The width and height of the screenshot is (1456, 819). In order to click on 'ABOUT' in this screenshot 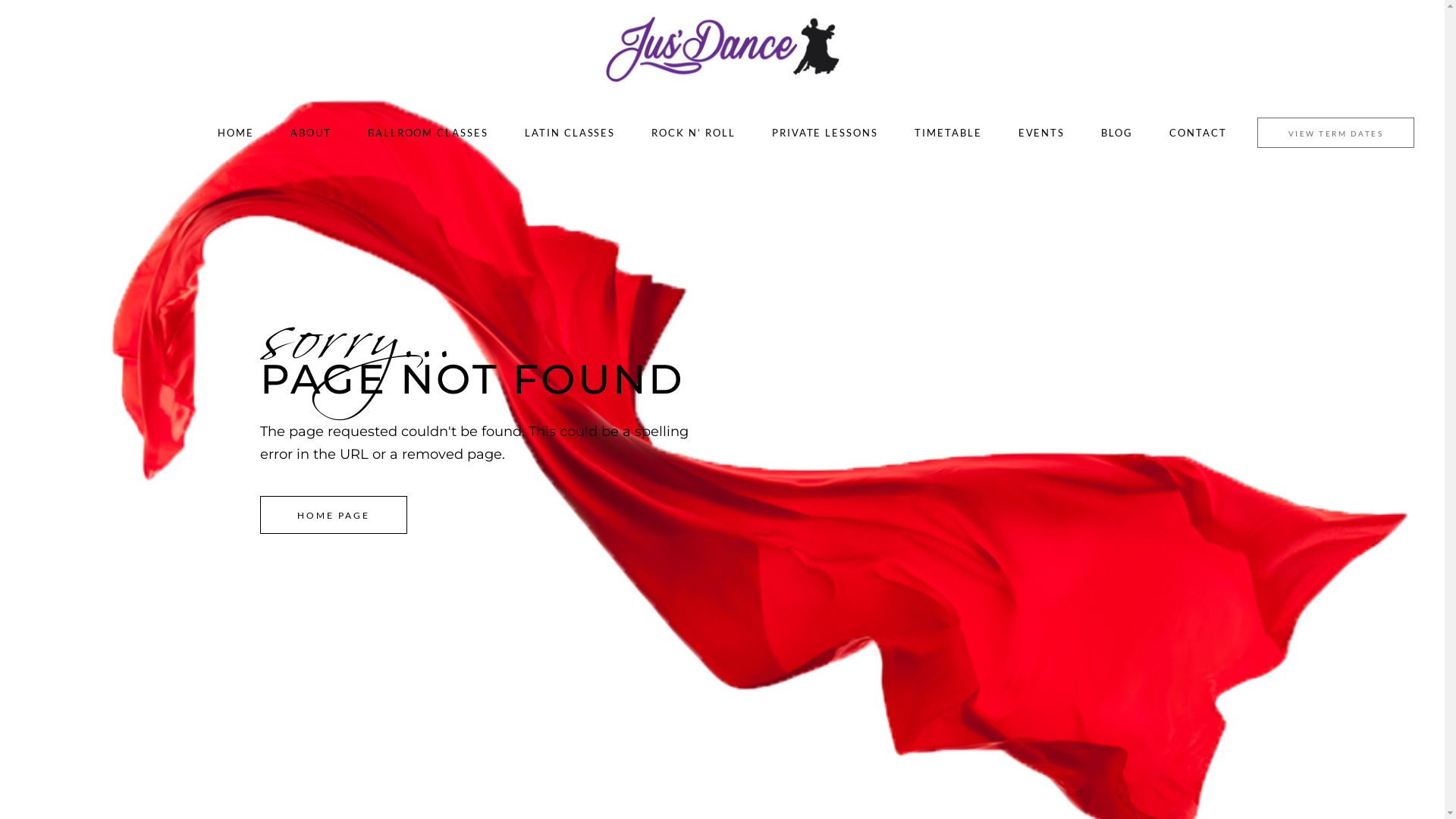, I will do `click(309, 131)`.